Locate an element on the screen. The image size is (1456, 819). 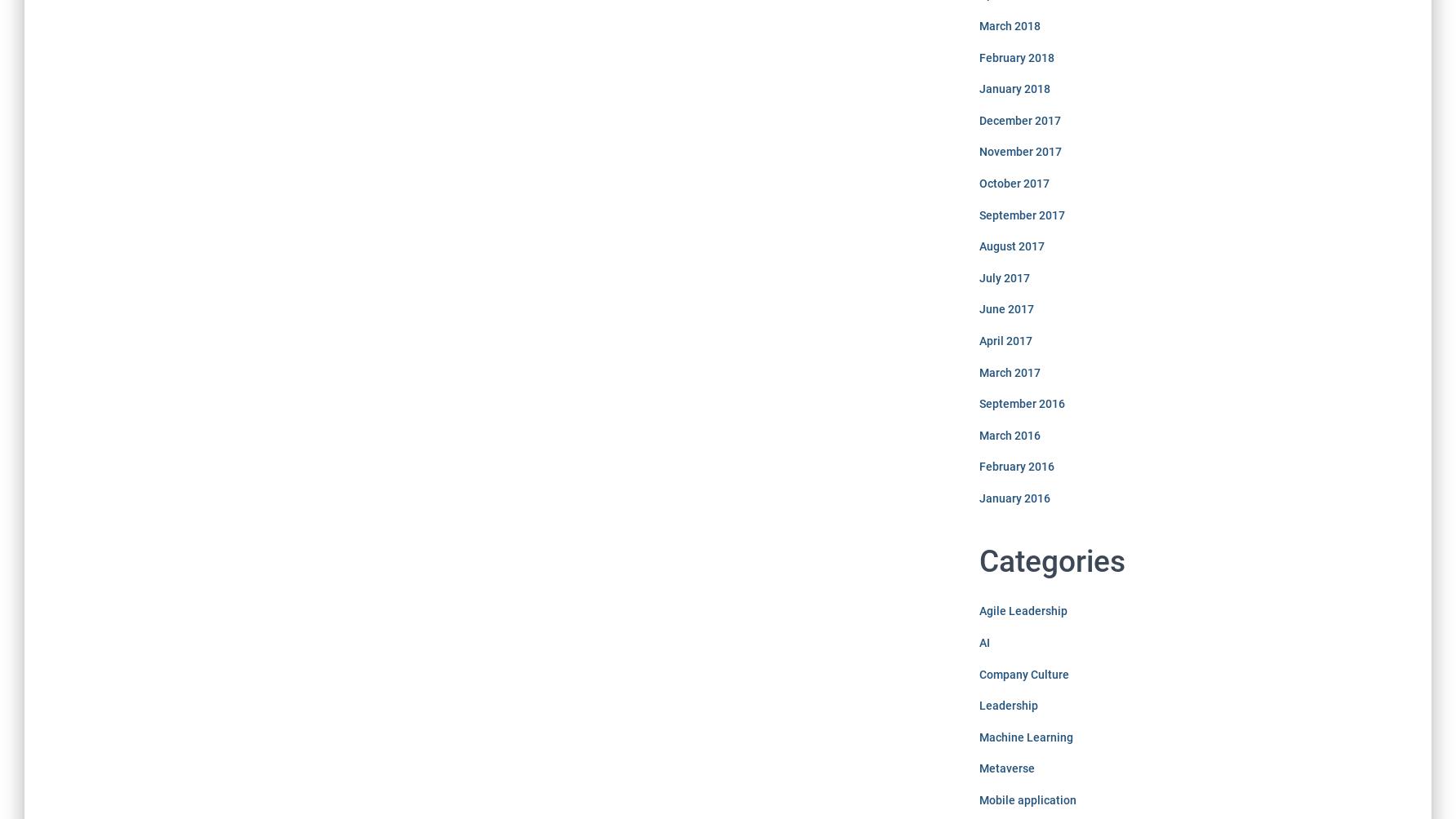
'July 2017' is located at coordinates (1003, 277).